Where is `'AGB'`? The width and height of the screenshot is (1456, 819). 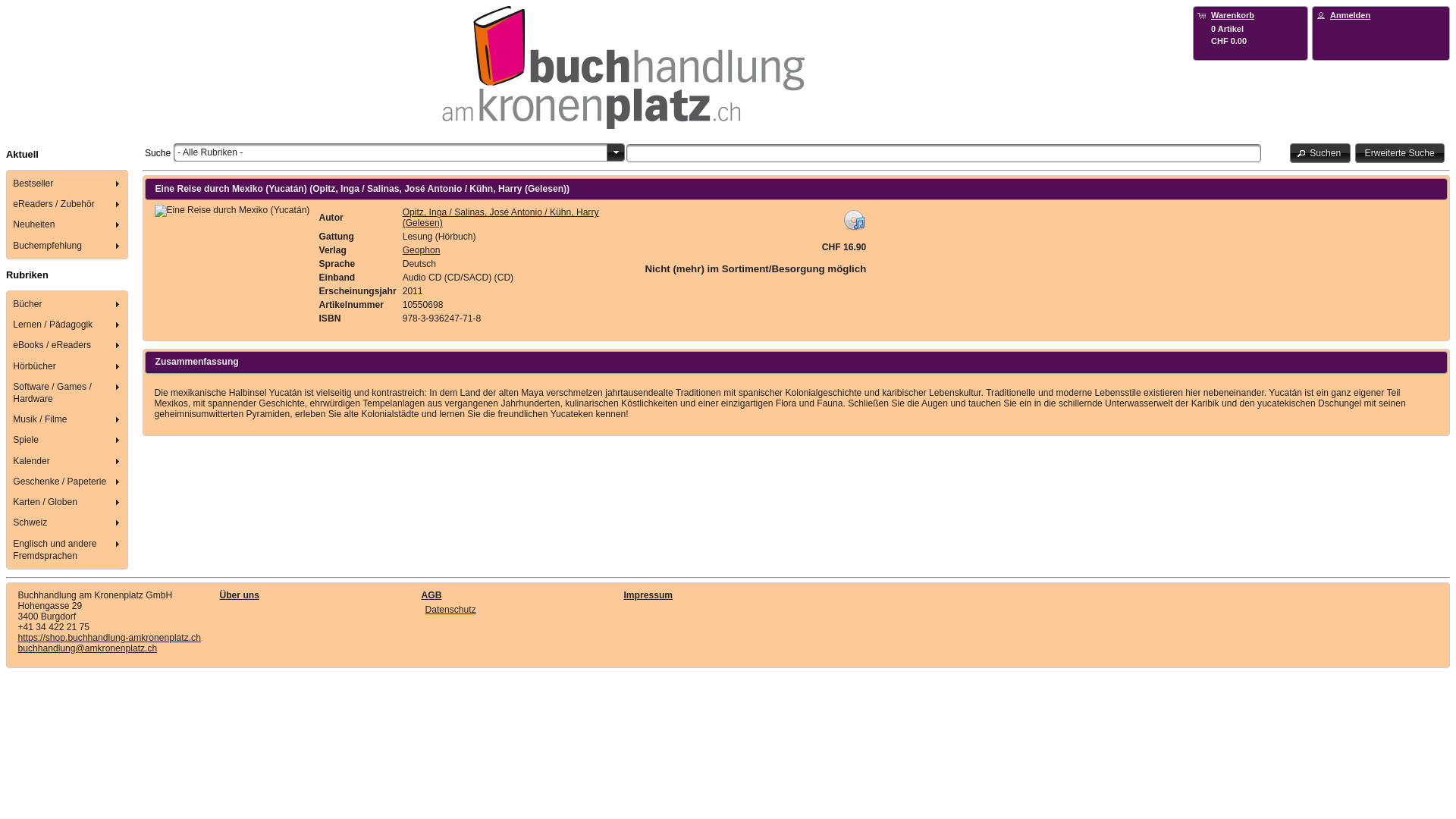
'AGB' is located at coordinates (431, 595).